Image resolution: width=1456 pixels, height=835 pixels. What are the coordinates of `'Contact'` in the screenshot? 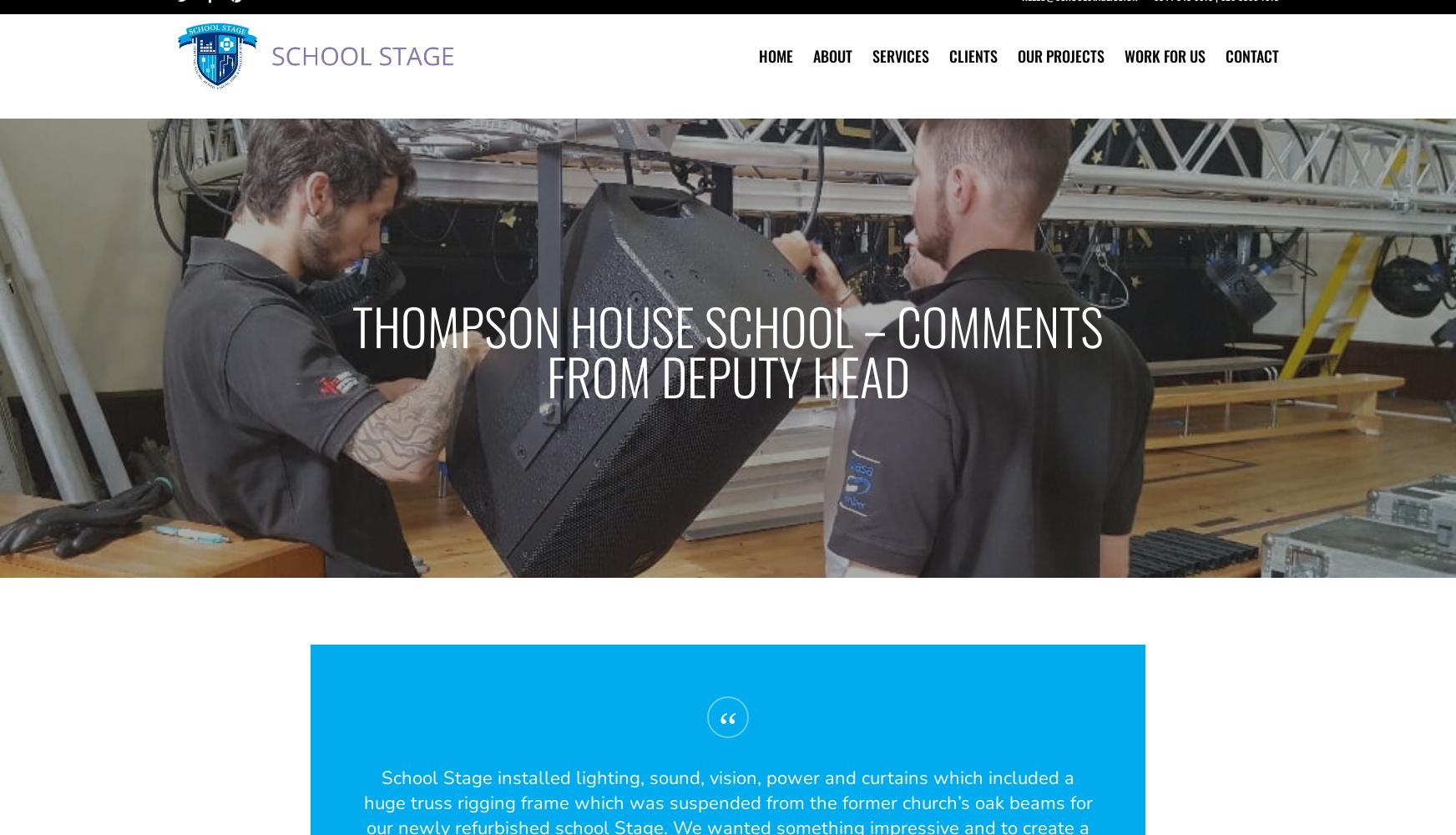 It's located at (1225, 76).